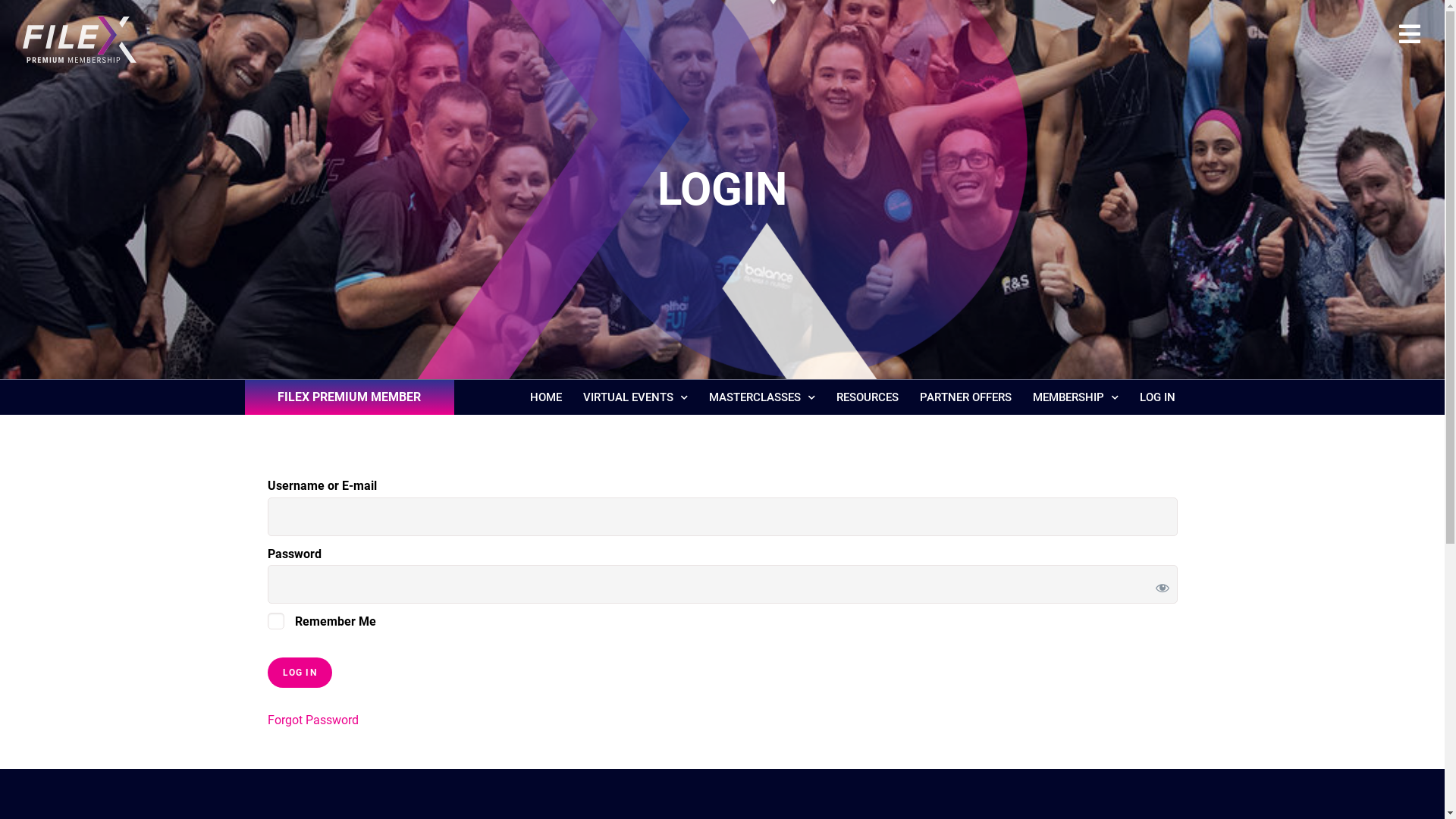 This screenshot has height=819, width=1456. I want to click on 'FILEX PREMIUM MEMBER', so click(348, 396).